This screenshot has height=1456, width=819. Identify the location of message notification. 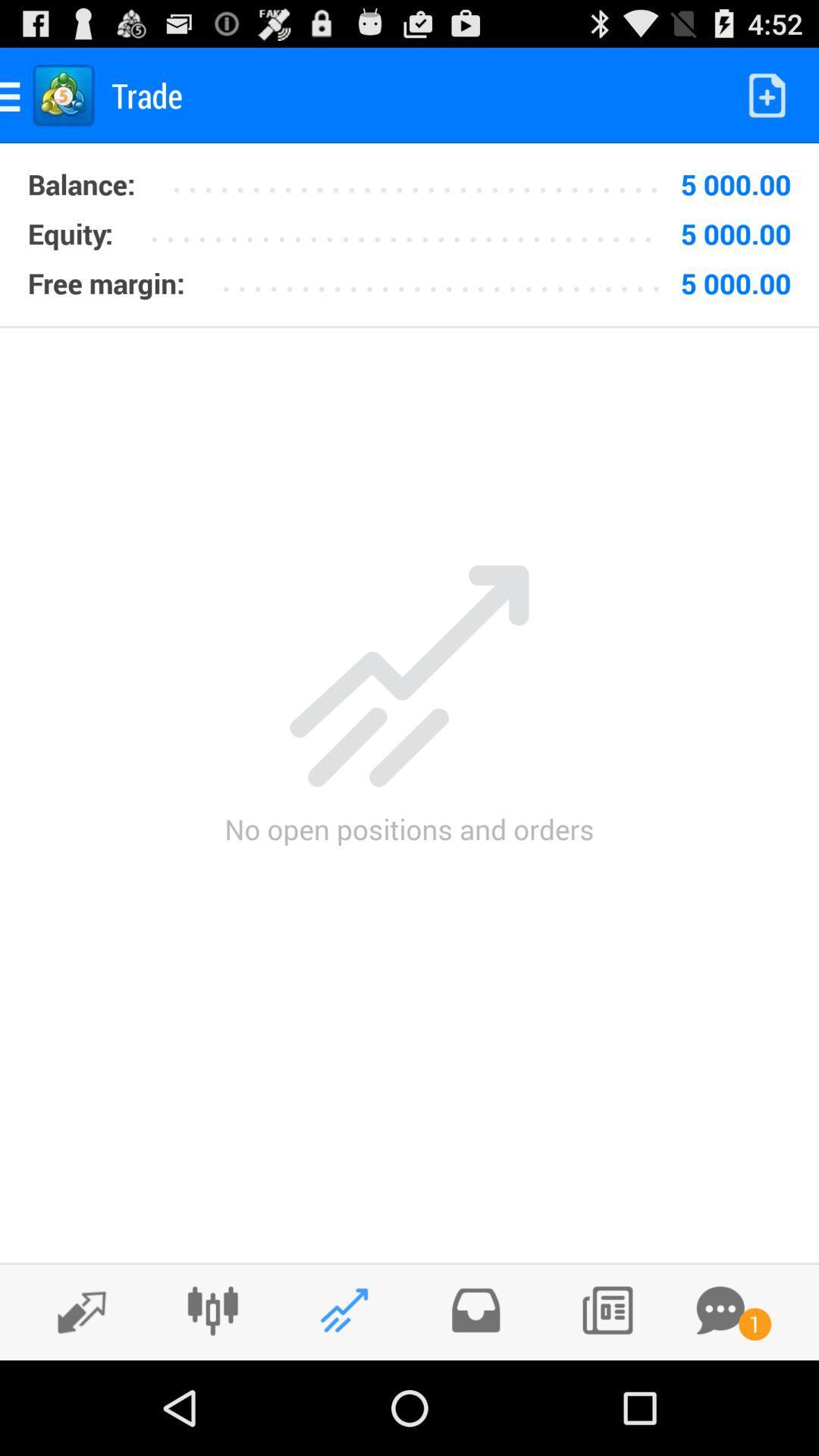
(720, 1310).